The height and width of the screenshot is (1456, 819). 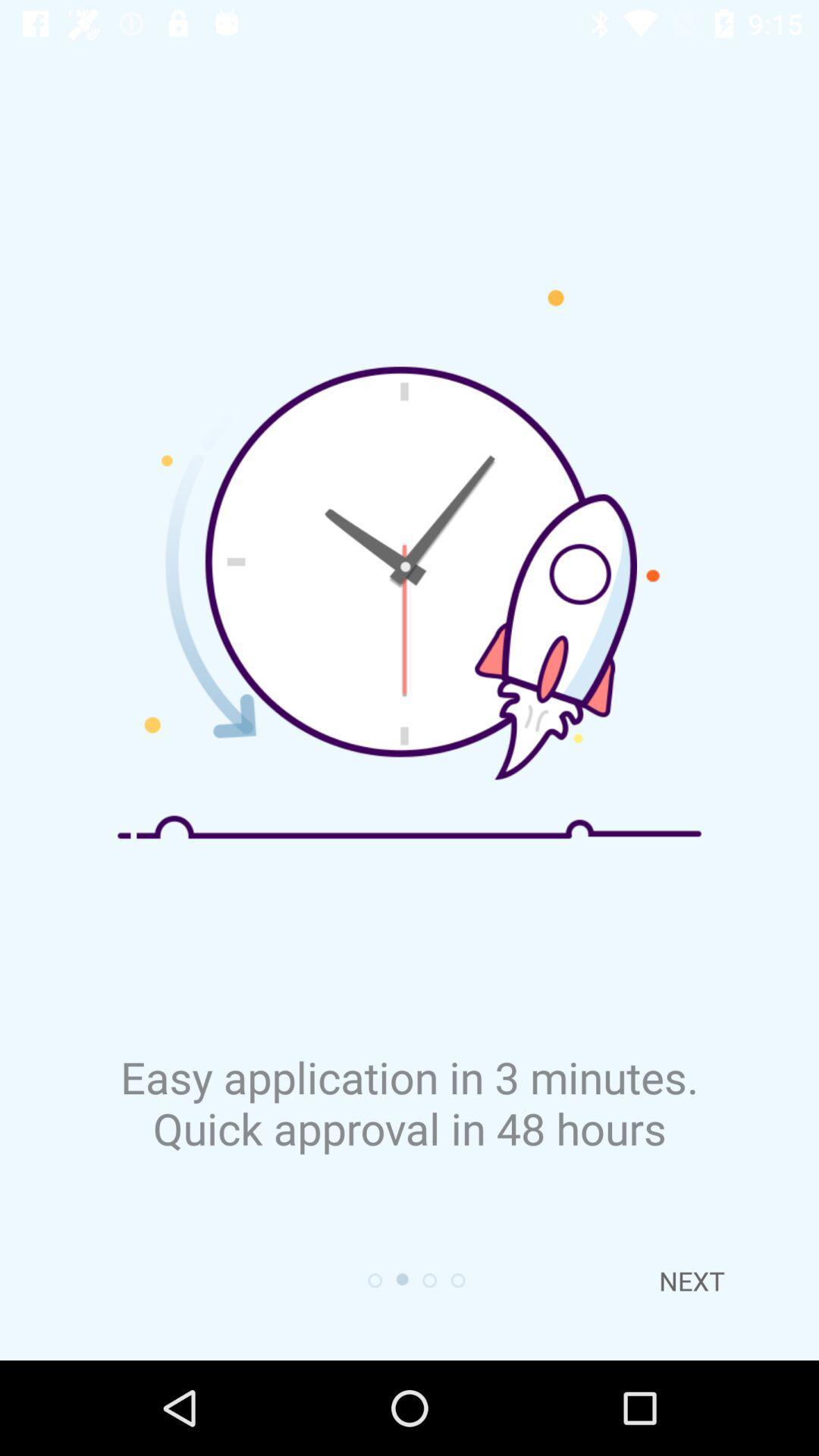 What do you see at coordinates (691, 1280) in the screenshot?
I see `the next at the bottom right corner` at bounding box center [691, 1280].